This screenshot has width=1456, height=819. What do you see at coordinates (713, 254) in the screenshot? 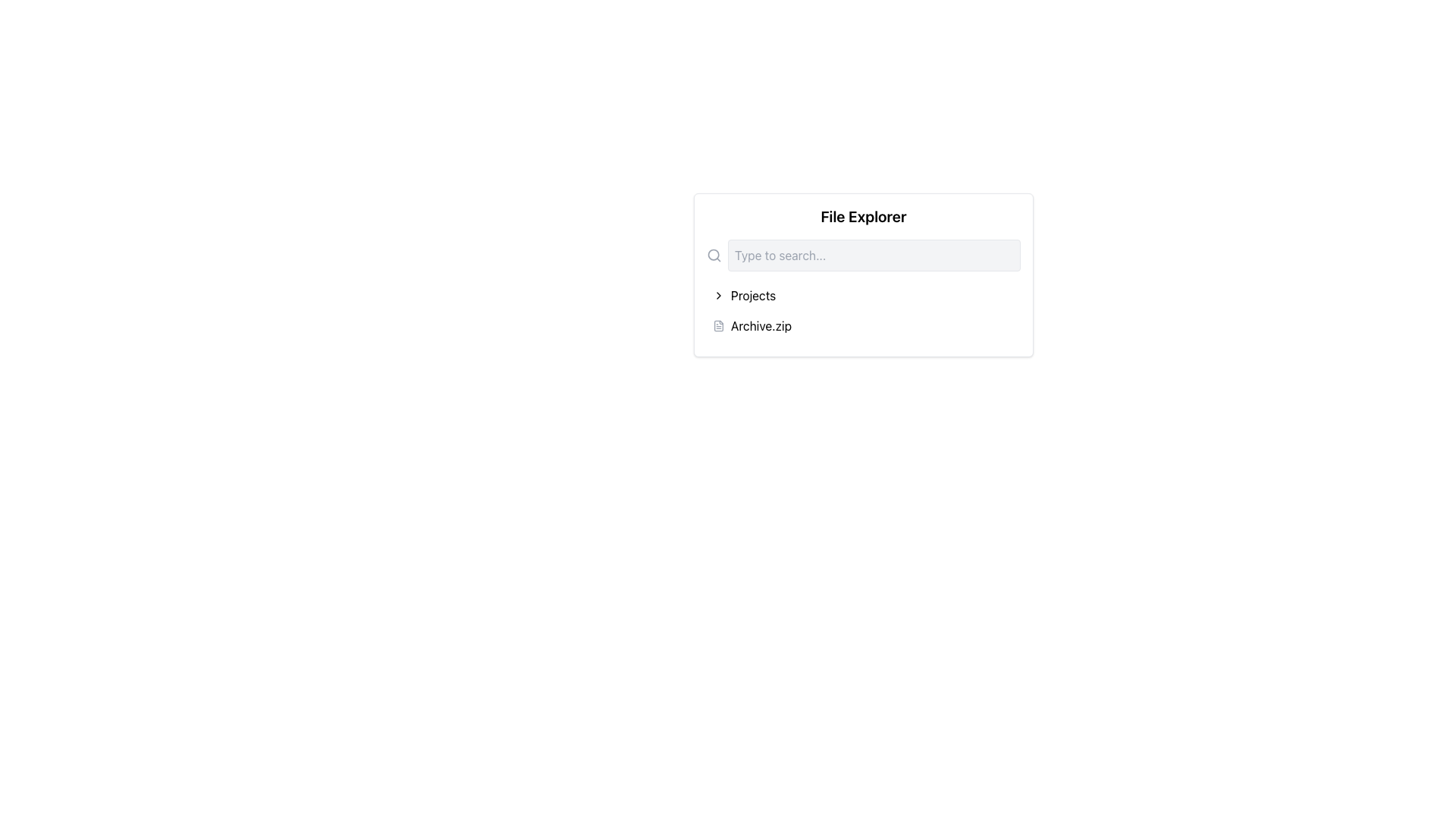
I see `the circular magnifying glass icon with a thin outline, located to the left of the search text input field in the top-center of the 'File Explorer' panel` at bounding box center [713, 254].